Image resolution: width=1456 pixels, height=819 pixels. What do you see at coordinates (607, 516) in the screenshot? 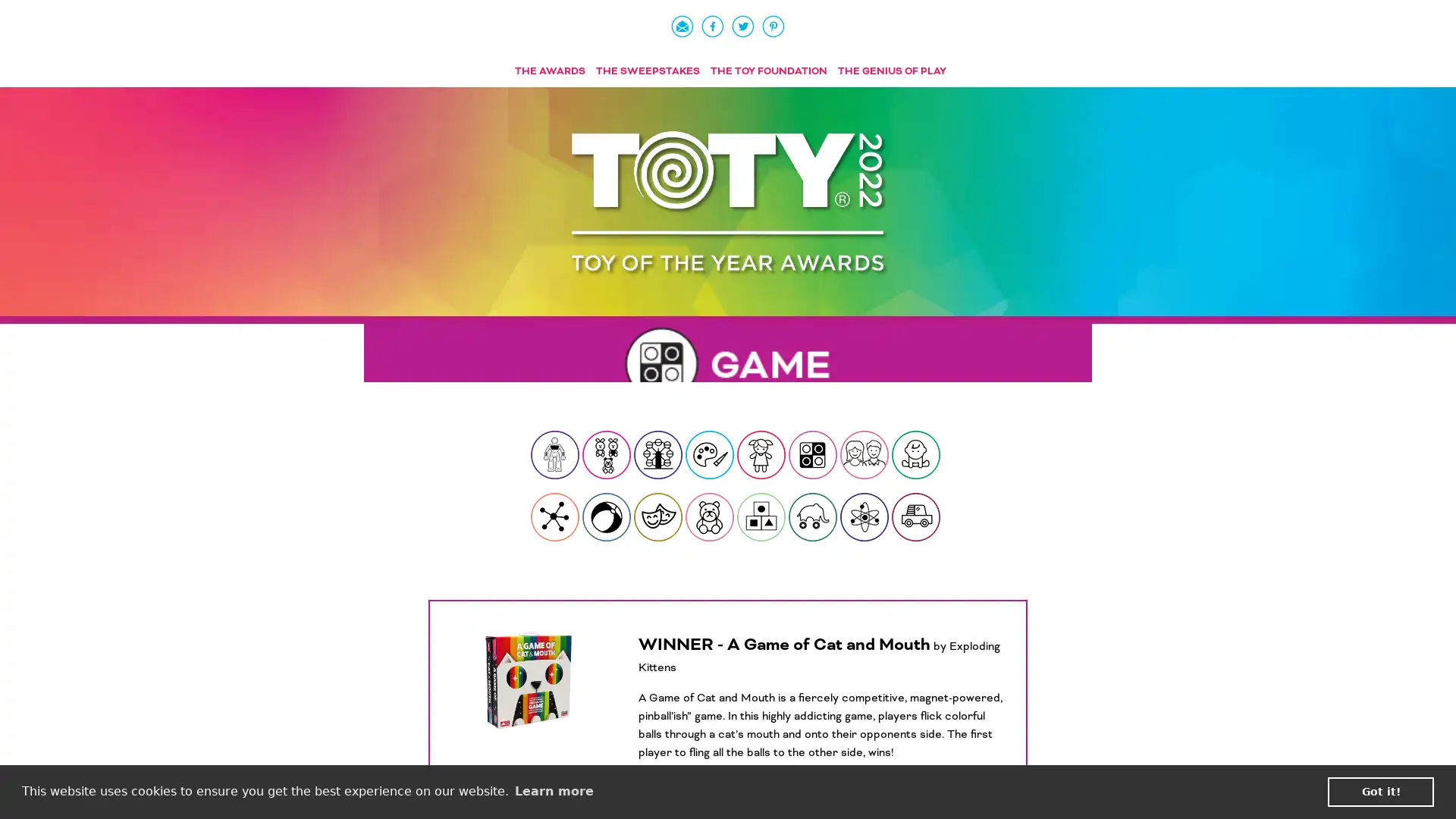
I see `Submit` at bounding box center [607, 516].